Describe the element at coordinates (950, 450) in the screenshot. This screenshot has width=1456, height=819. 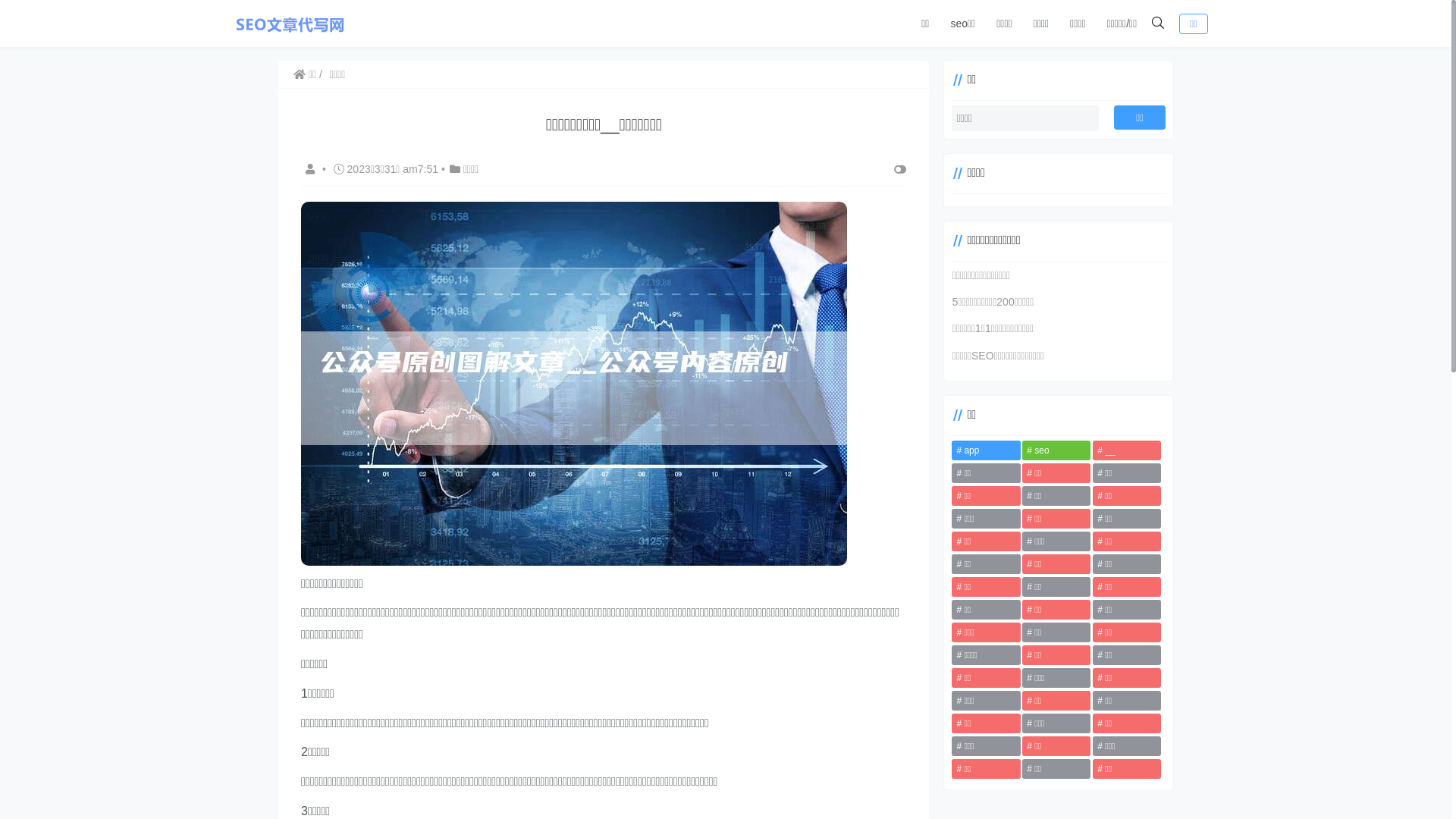
I see `'app'` at that location.